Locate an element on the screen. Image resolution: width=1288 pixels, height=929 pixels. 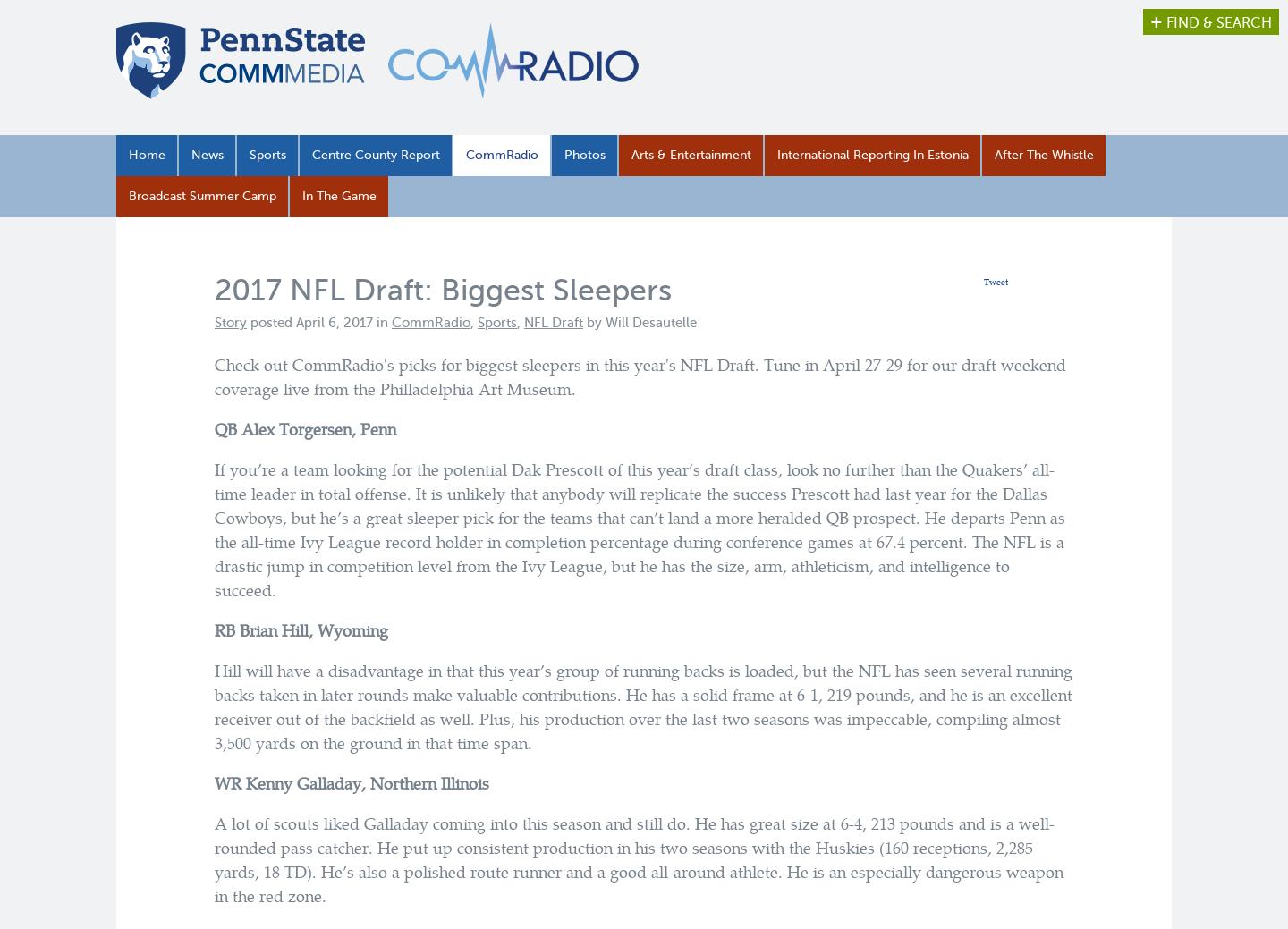
'RB Brian Hill, Wyoming' is located at coordinates (301, 629).